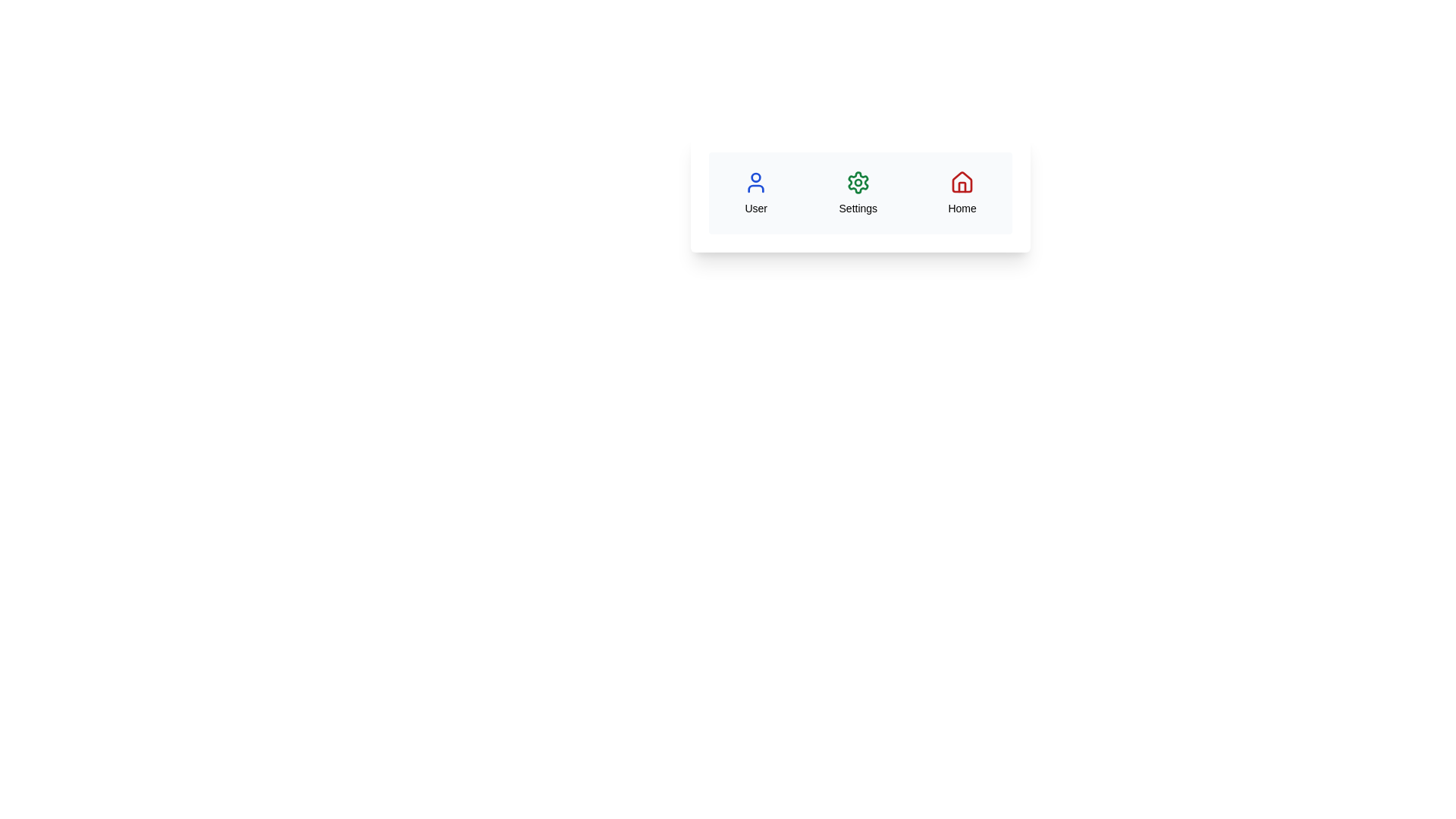  What do you see at coordinates (962, 192) in the screenshot?
I see `the 'Home' button, which is the rightmost button in a group of three, following the 'Settings' button` at bounding box center [962, 192].